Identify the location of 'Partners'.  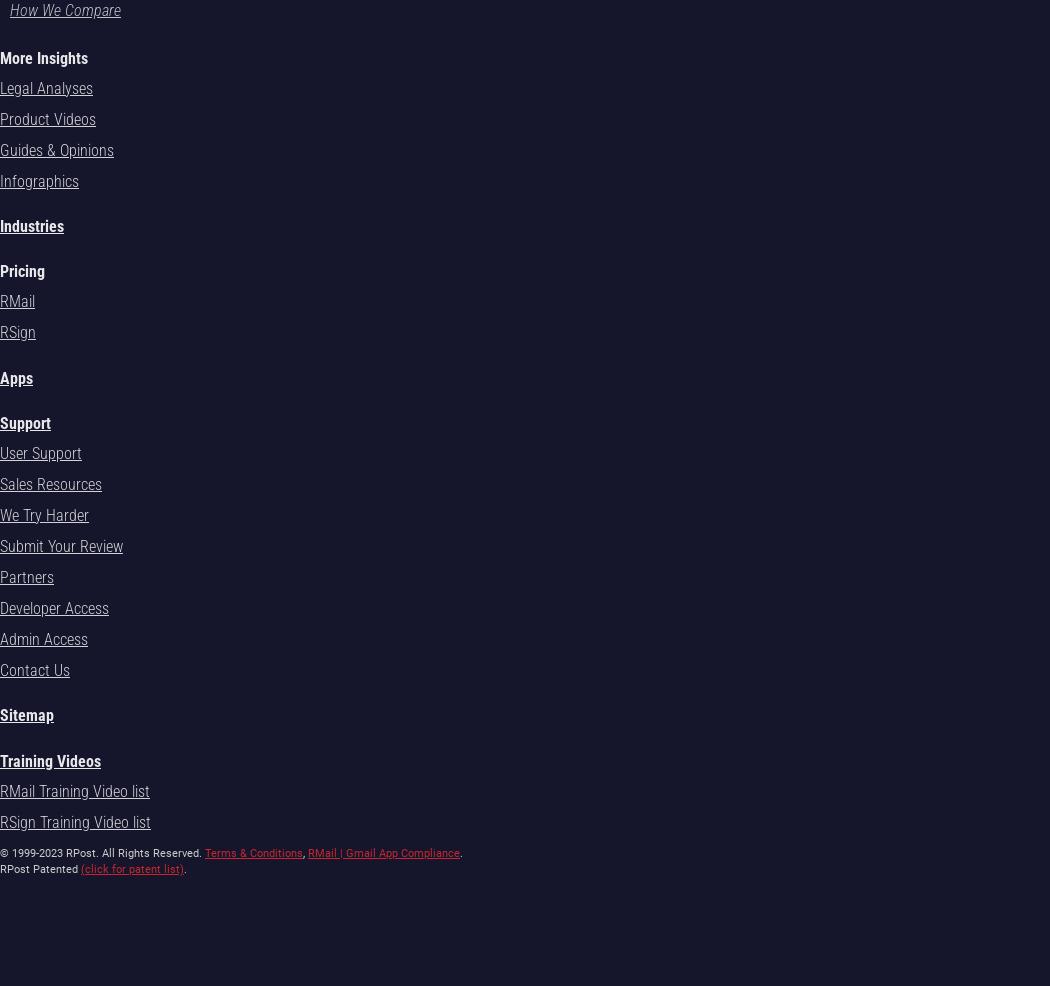
(0, 576).